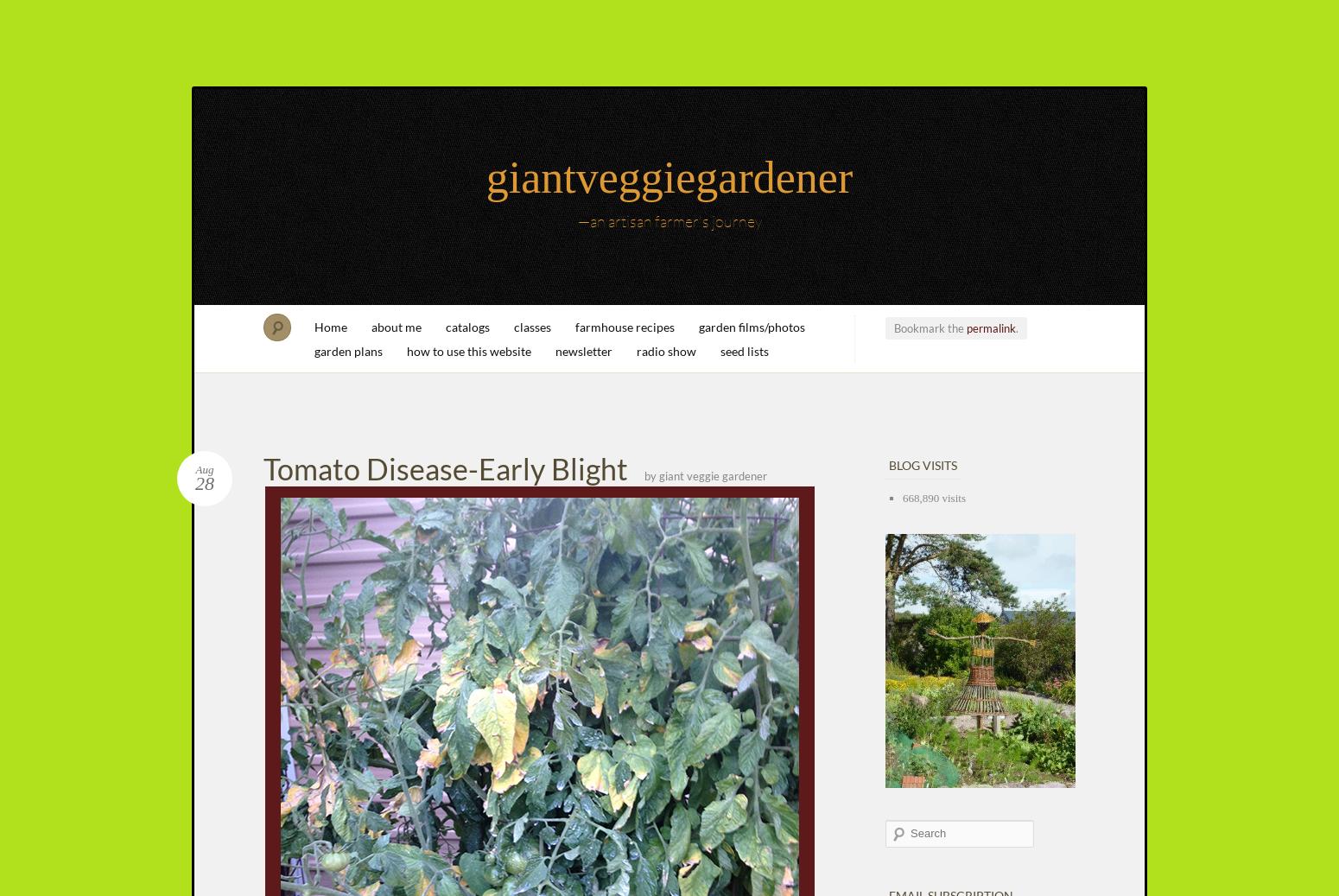 This screenshot has height=896, width=1339. I want to click on 'Home', so click(330, 326).